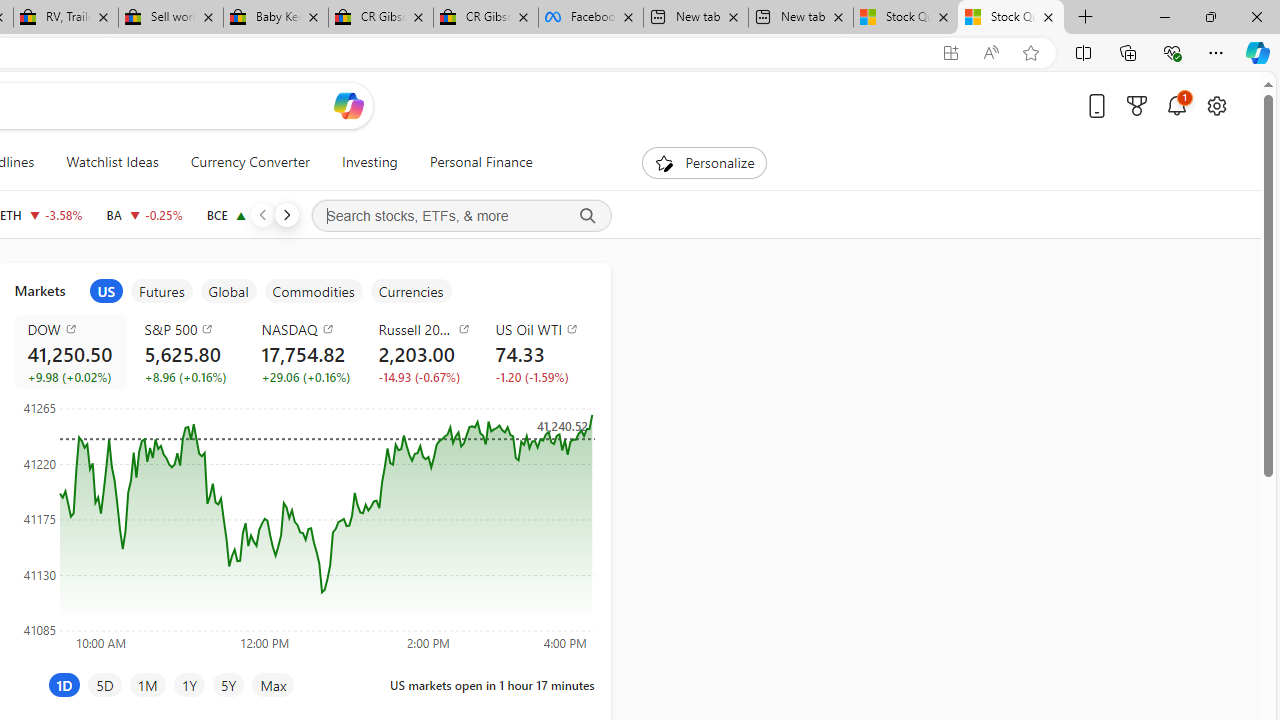  I want to click on 'Currencies', so click(409, 291).